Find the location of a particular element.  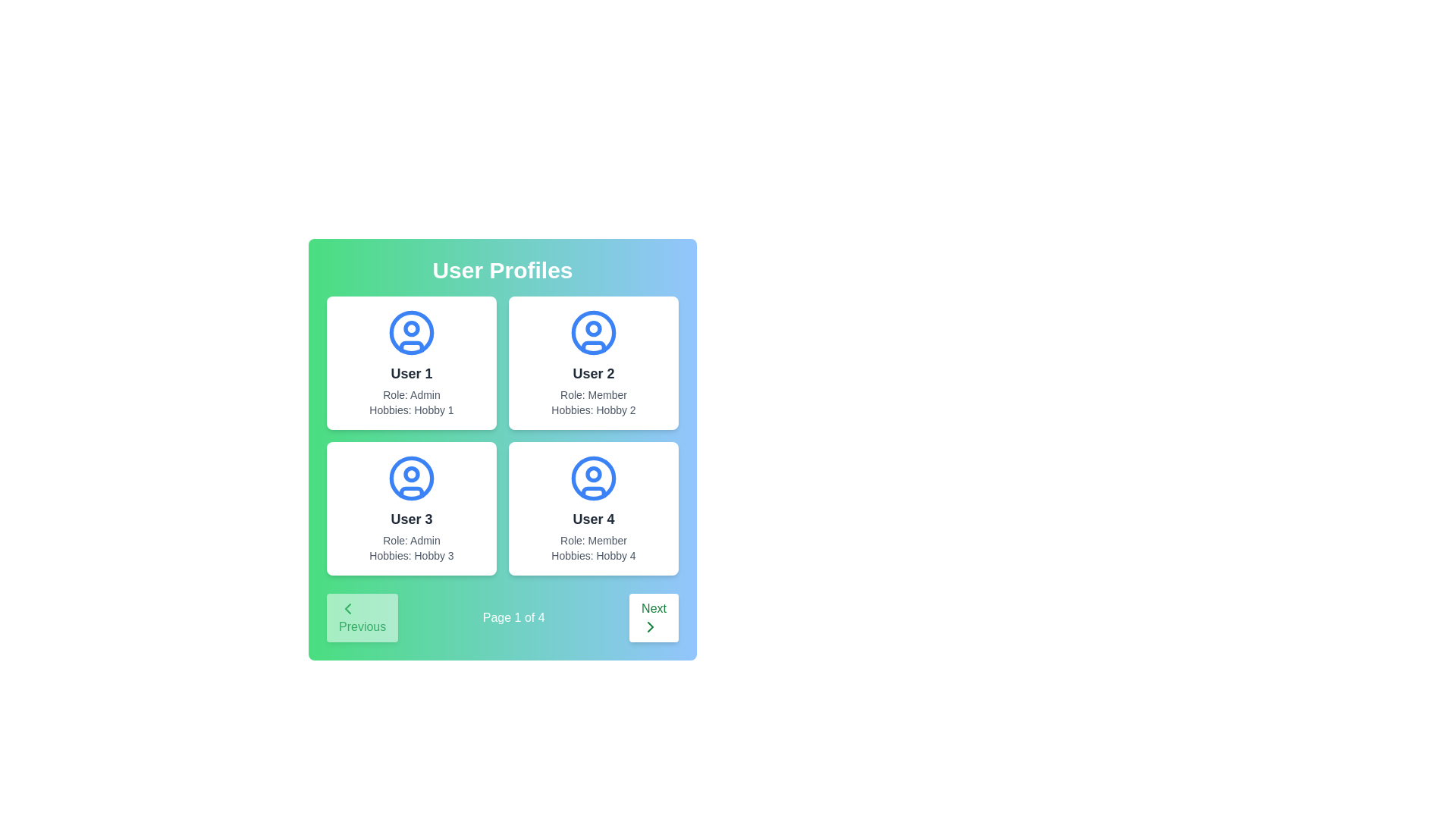

informational text label indicating the role of the user represented by the 'User 4' profile card located at the bottom-right of the grid is located at coordinates (592, 540).